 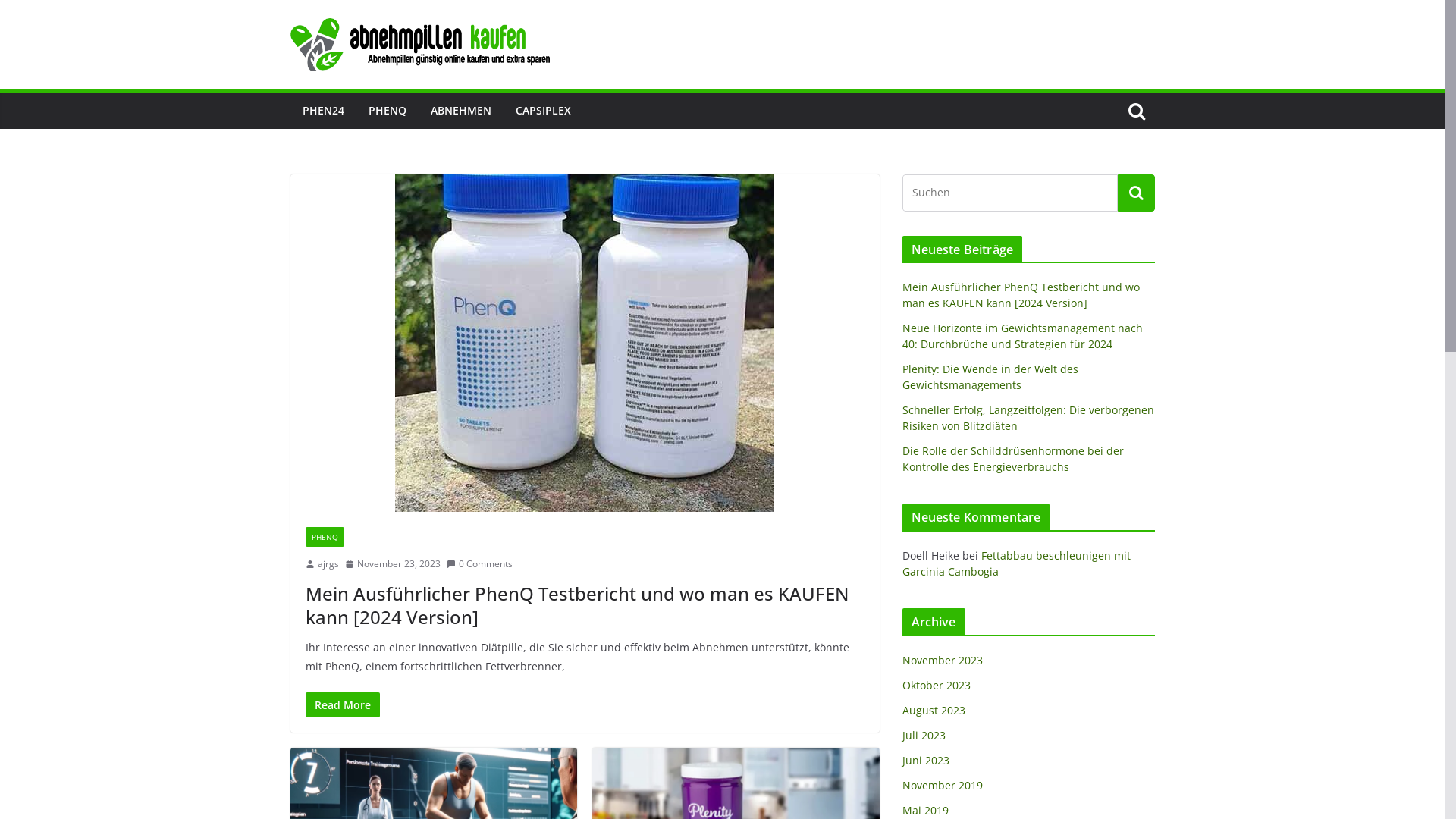 I want to click on 'Fettabbau beschleunigen mit Garcinia Cambogia', so click(x=1016, y=563).